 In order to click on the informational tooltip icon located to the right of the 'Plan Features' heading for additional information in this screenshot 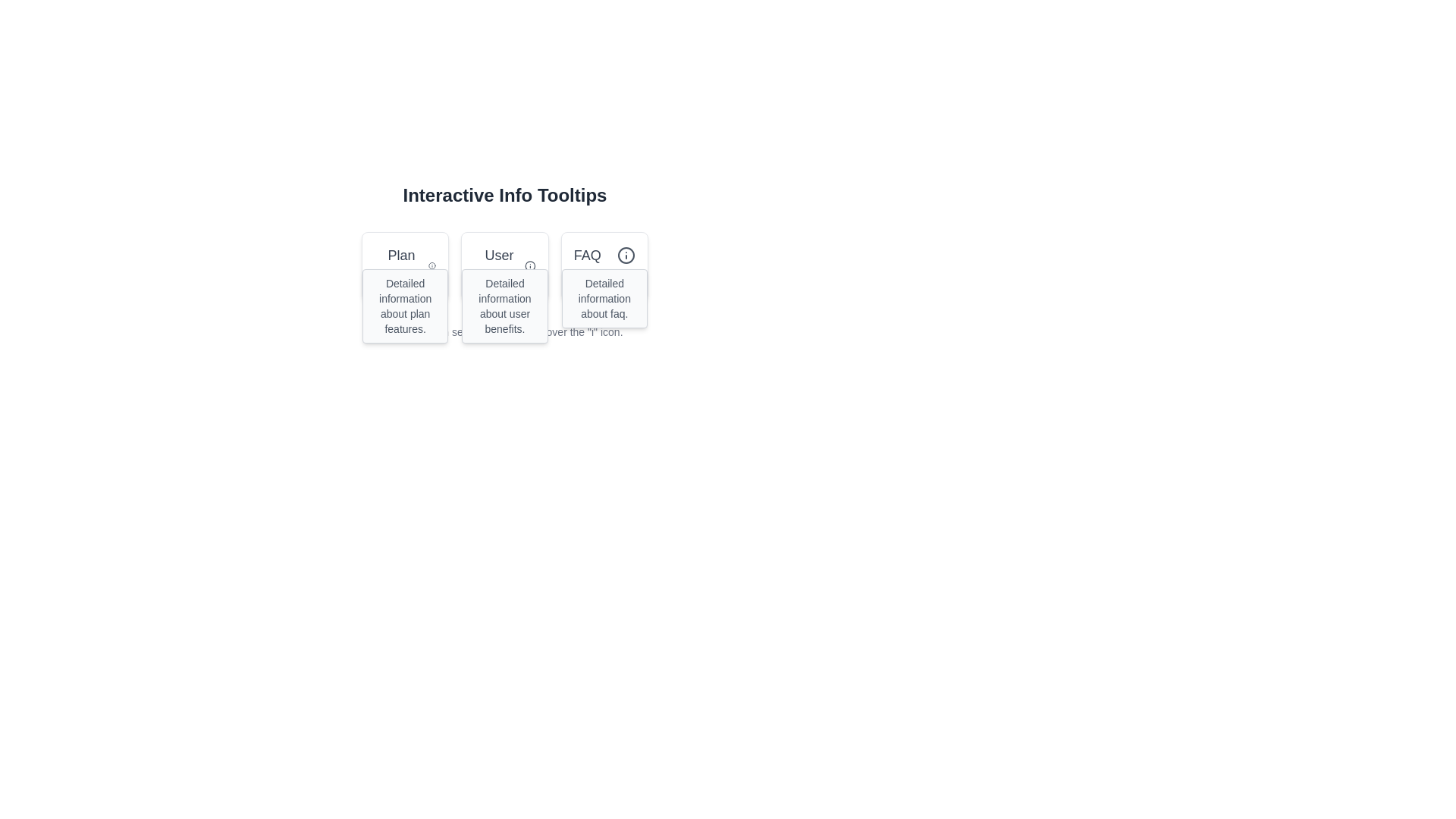, I will do `click(431, 265)`.